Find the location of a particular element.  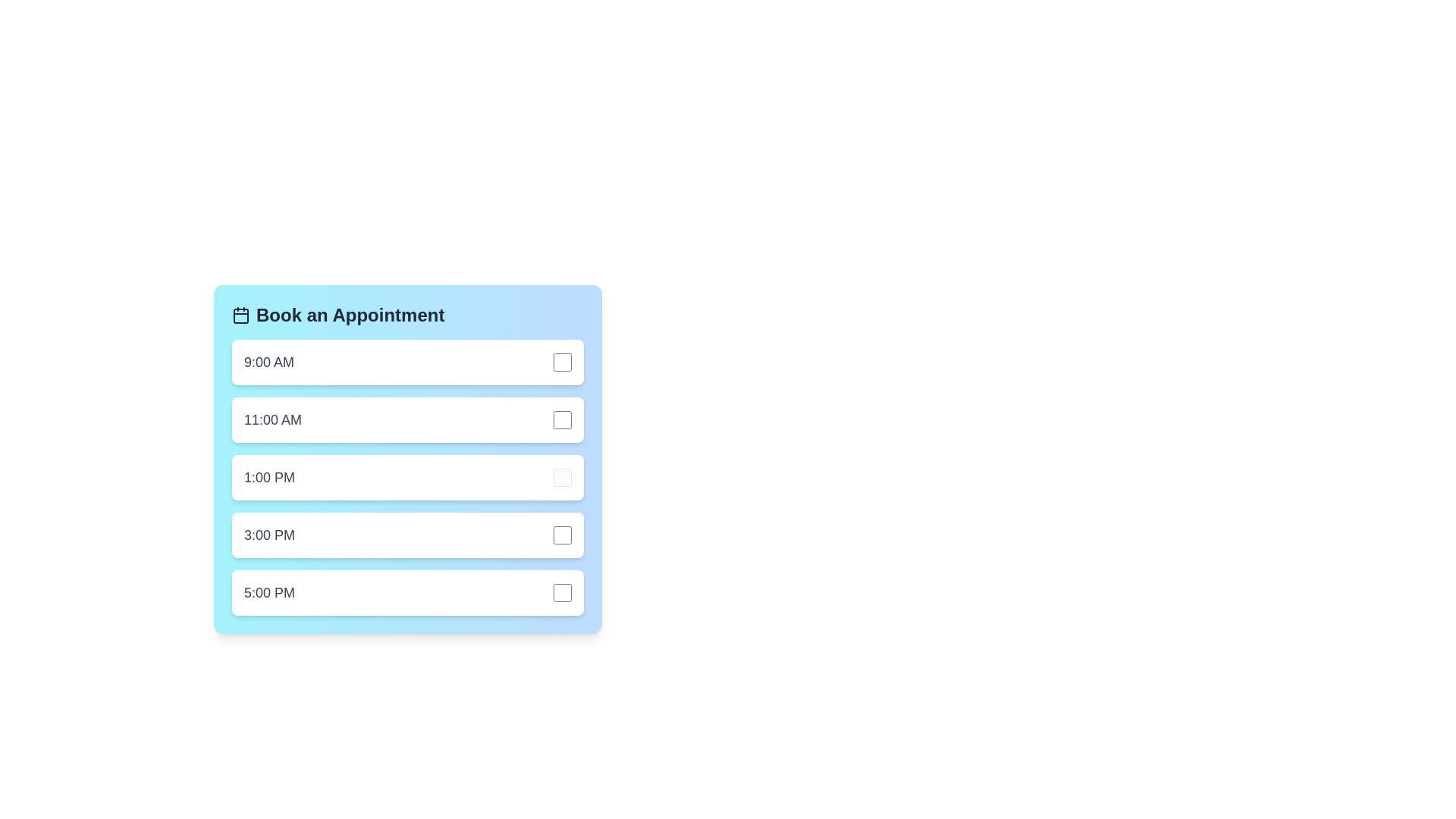

the checkbox corresponding to the 5:00 PM time slot is located at coordinates (562, 592).